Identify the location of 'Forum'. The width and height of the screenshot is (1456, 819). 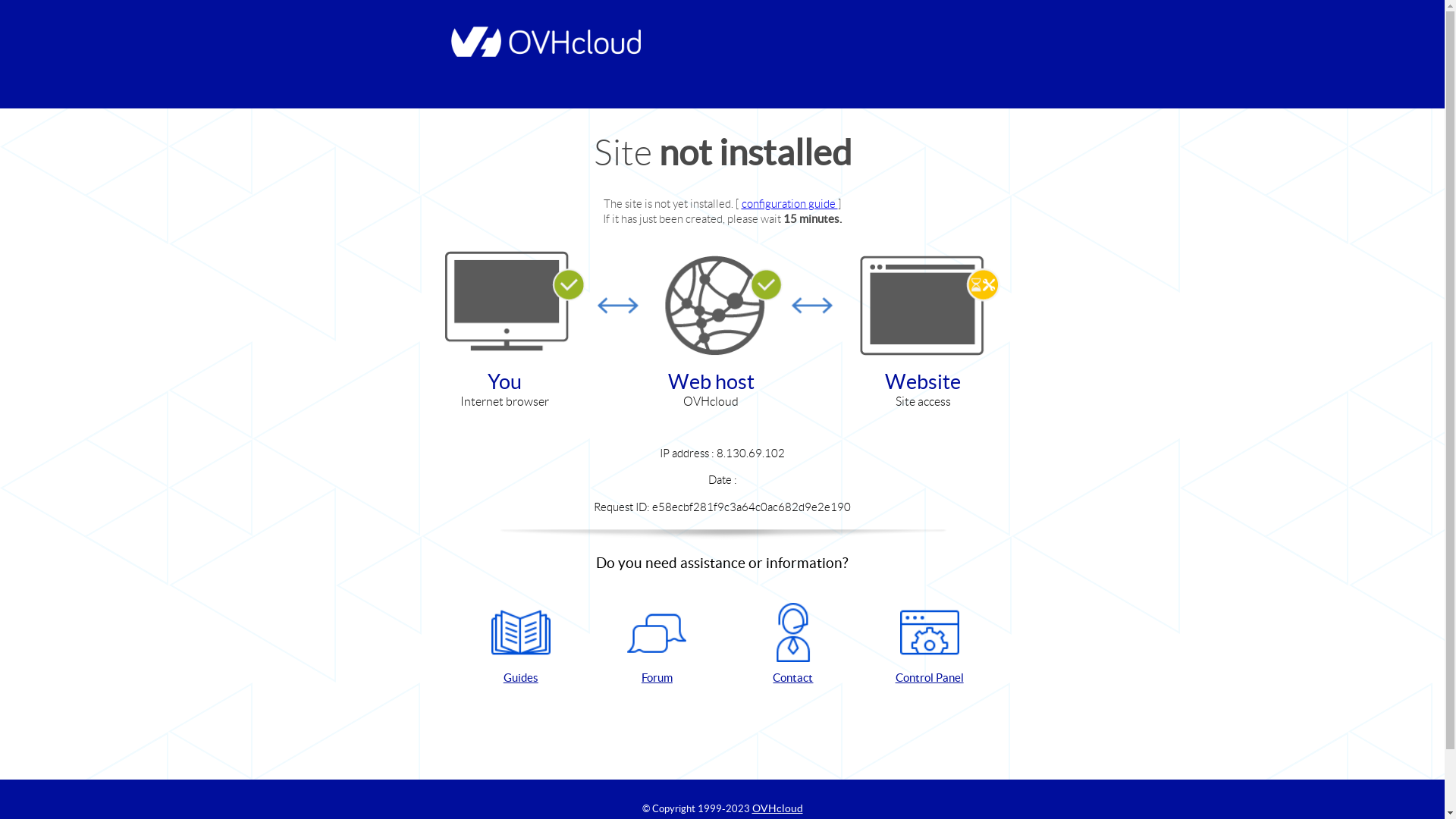
(656, 644).